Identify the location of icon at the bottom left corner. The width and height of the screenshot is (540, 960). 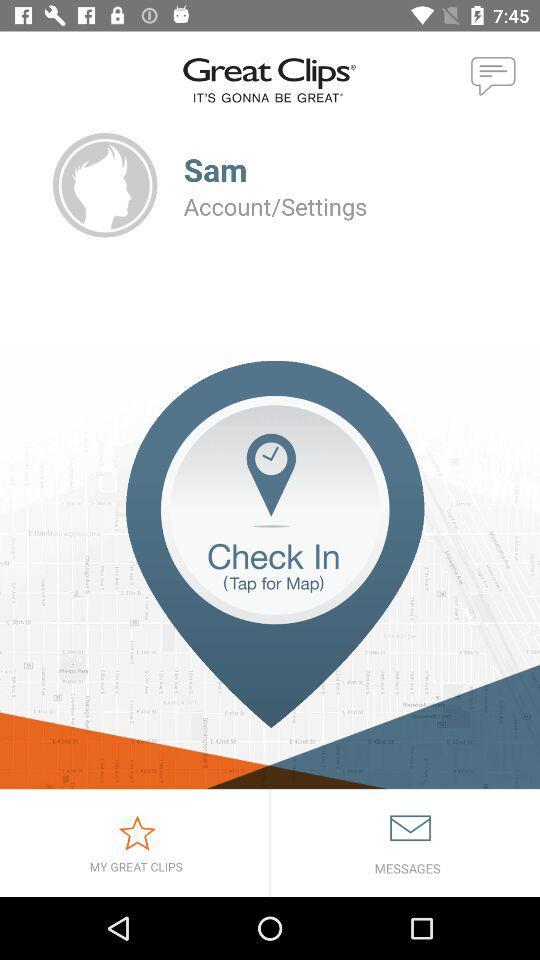
(134, 842).